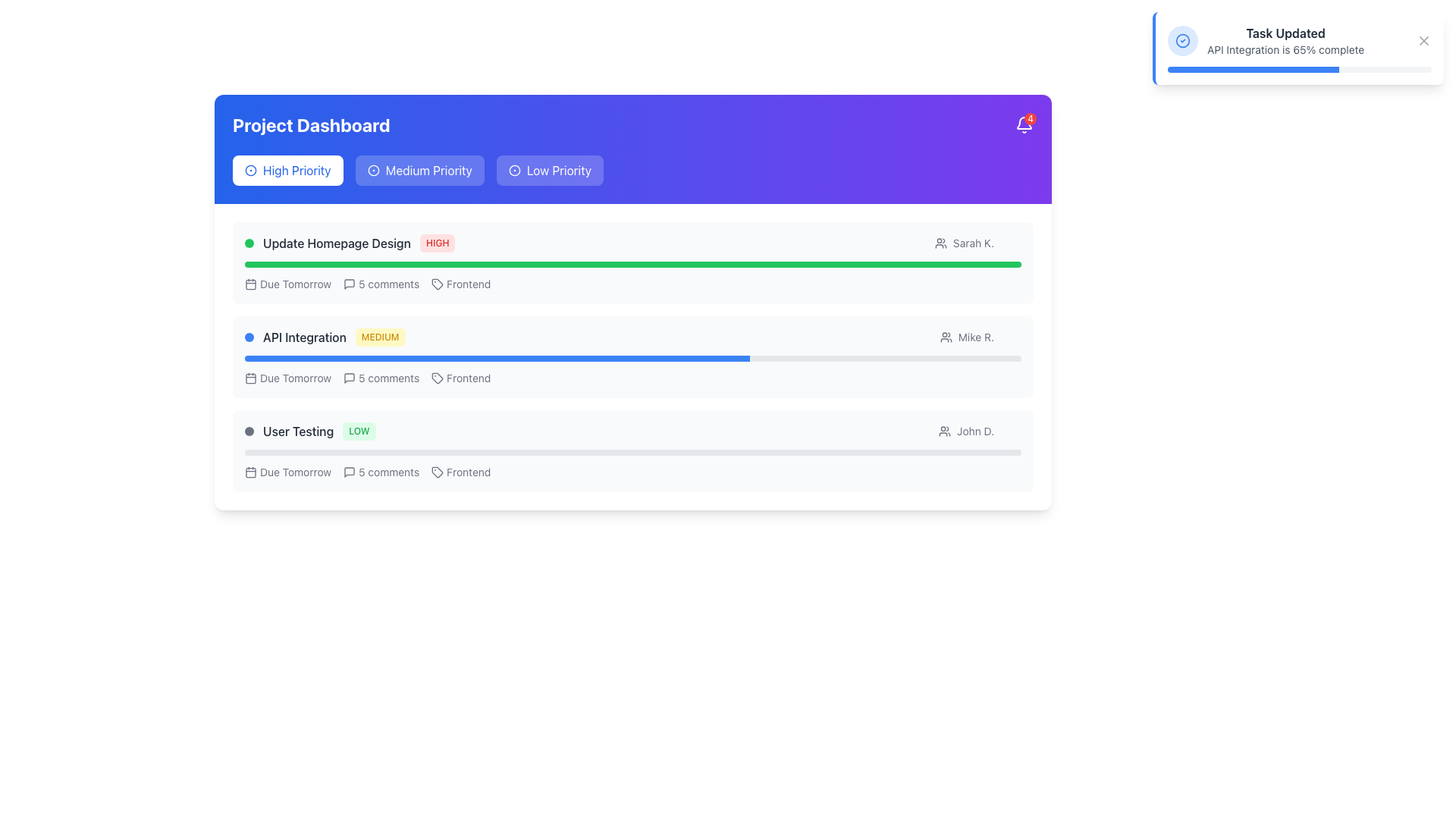  I want to click on the Notification card located in the top-right corner of the interface, which displays the task's progress and status updates, so click(1298, 48).